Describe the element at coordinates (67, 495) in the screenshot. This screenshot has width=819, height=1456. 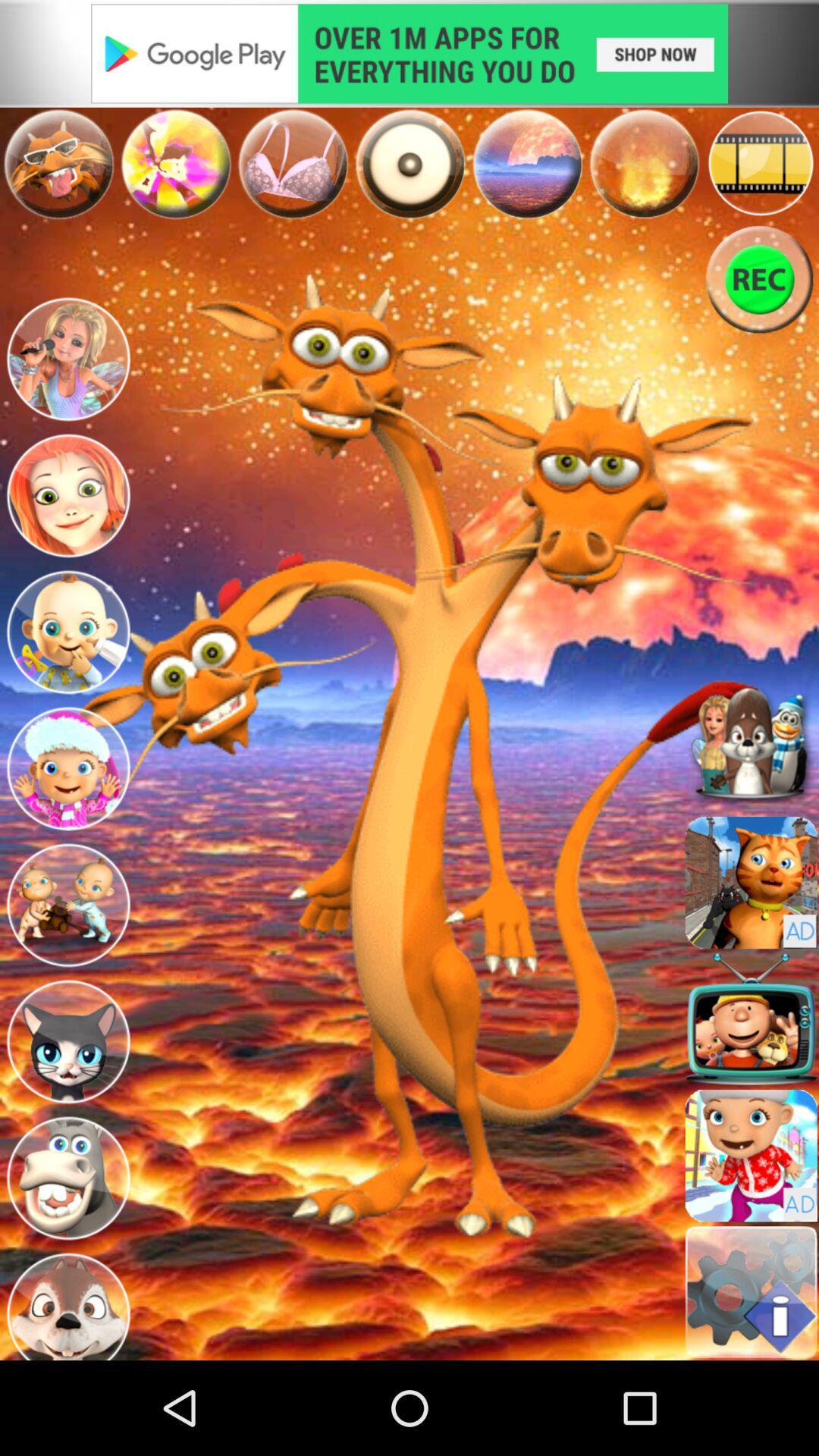
I see `choose an avatar` at that location.